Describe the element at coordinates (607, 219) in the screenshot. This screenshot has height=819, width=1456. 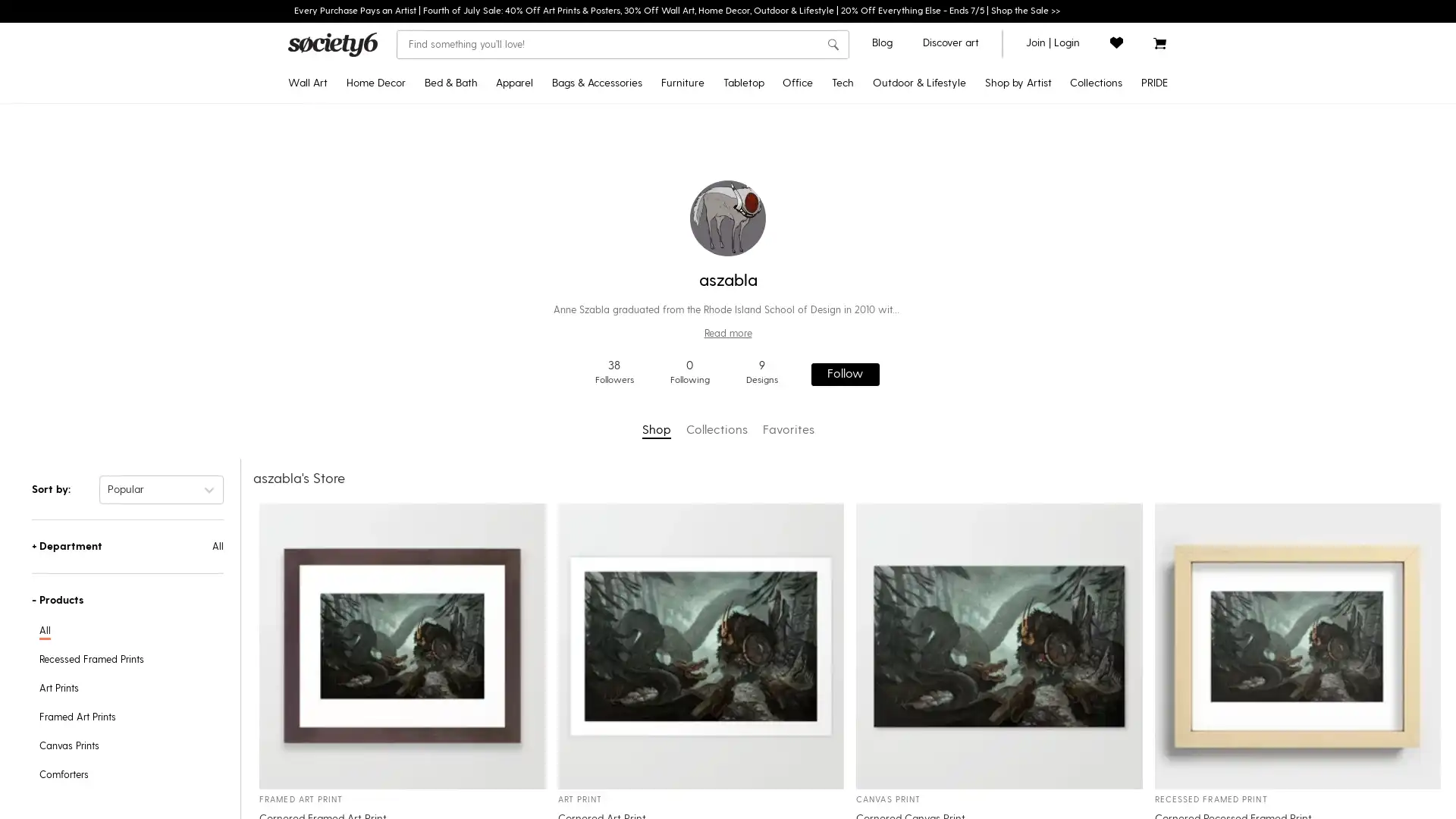
I see `Socks` at that location.